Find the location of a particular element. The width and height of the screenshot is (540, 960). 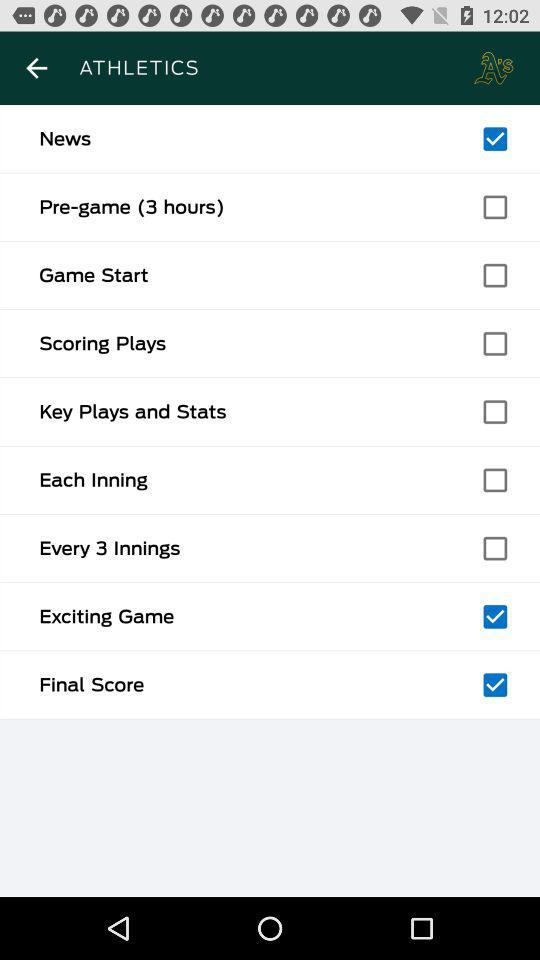

check game start notification is located at coordinates (494, 274).